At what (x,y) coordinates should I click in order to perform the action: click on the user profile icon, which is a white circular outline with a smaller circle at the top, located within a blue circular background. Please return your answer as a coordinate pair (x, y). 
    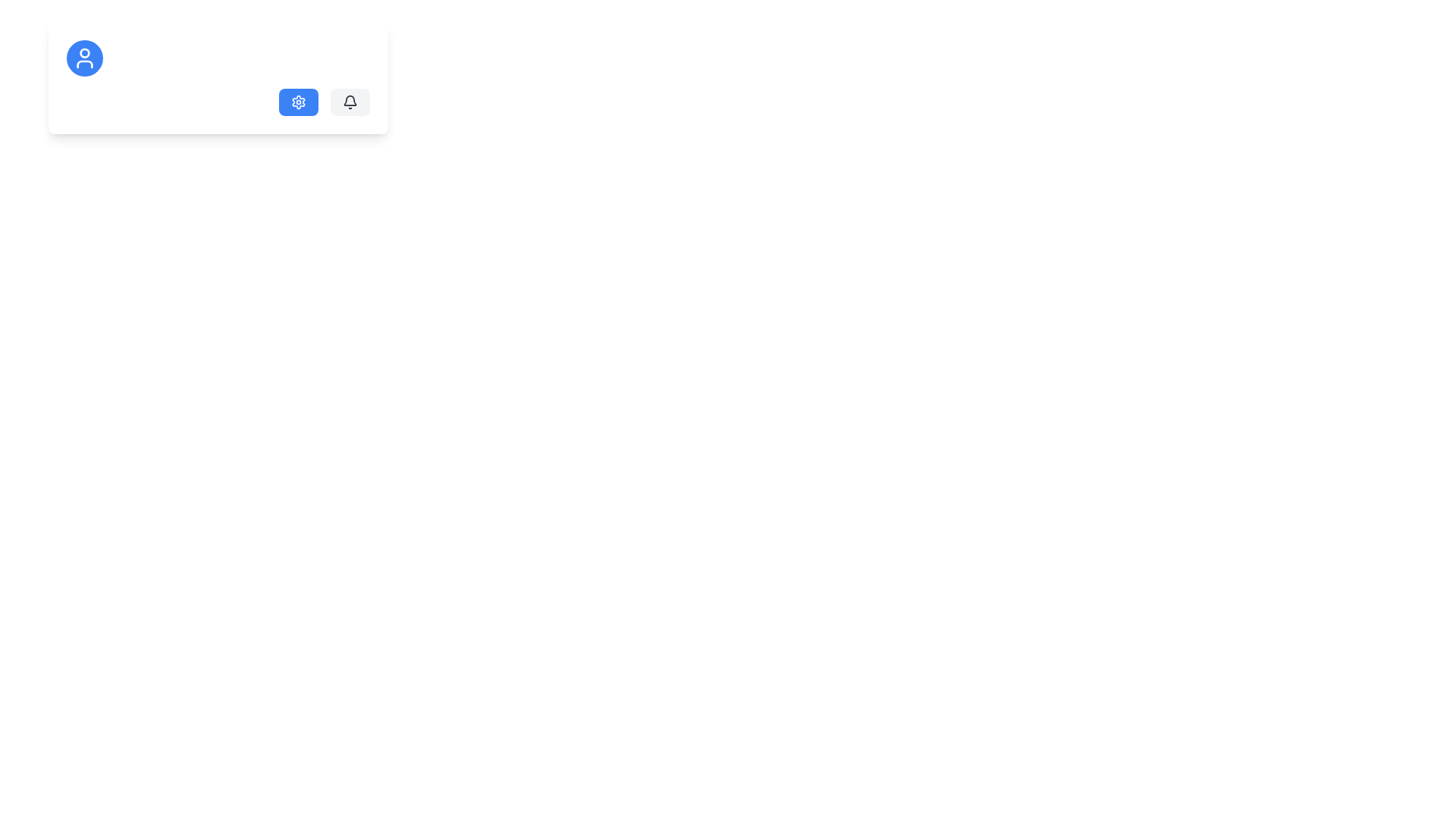
    Looking at the image, I should click on (83, 58).